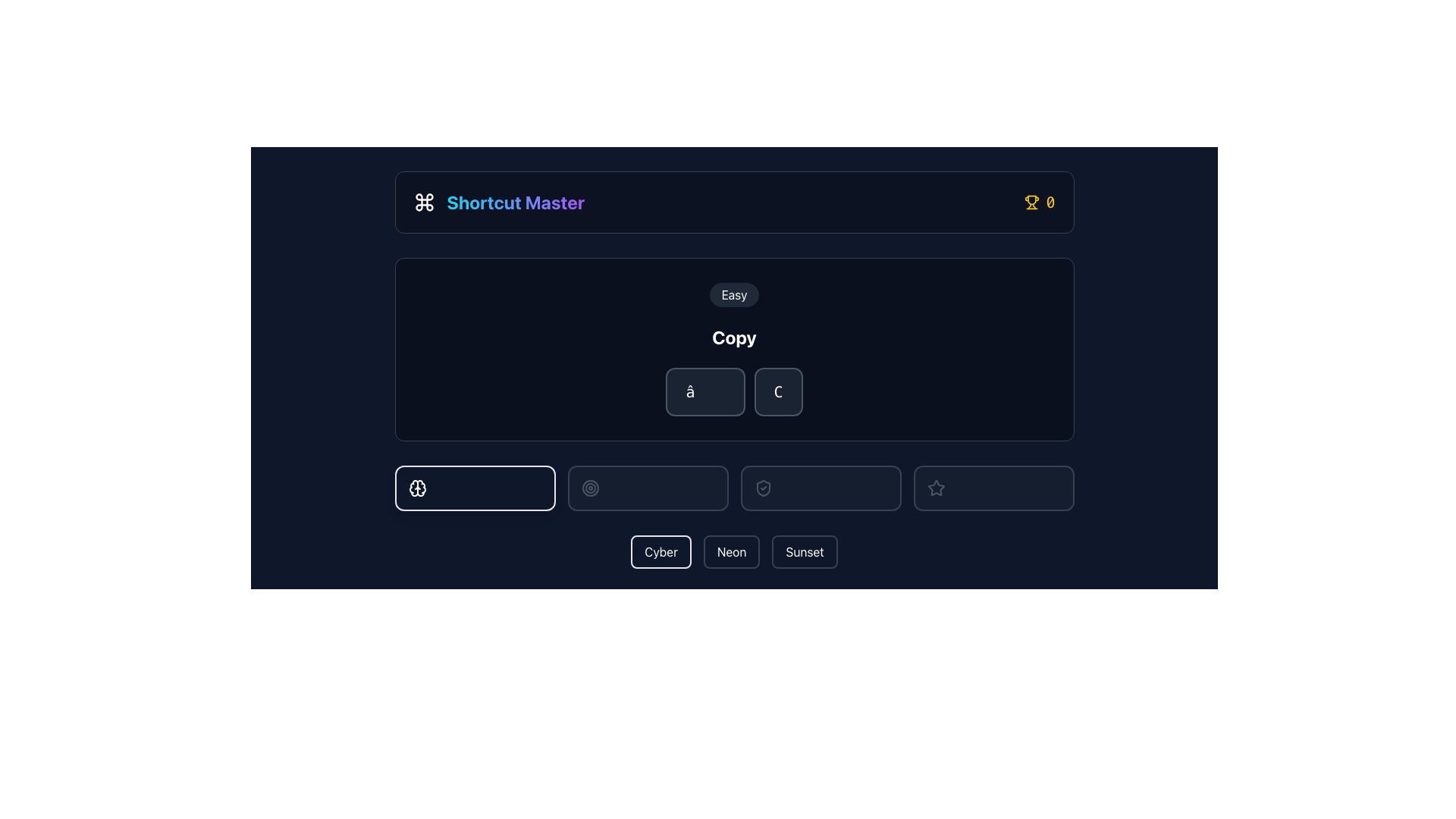  Describe the element at coordinates (734, 552) in the screenshot. I see `the 'Neon' button, which is a selectable segment with a rounded border and cyan highlights, located at the bottom of the layout between 'Cyber' and 'Sunset'` at that location.